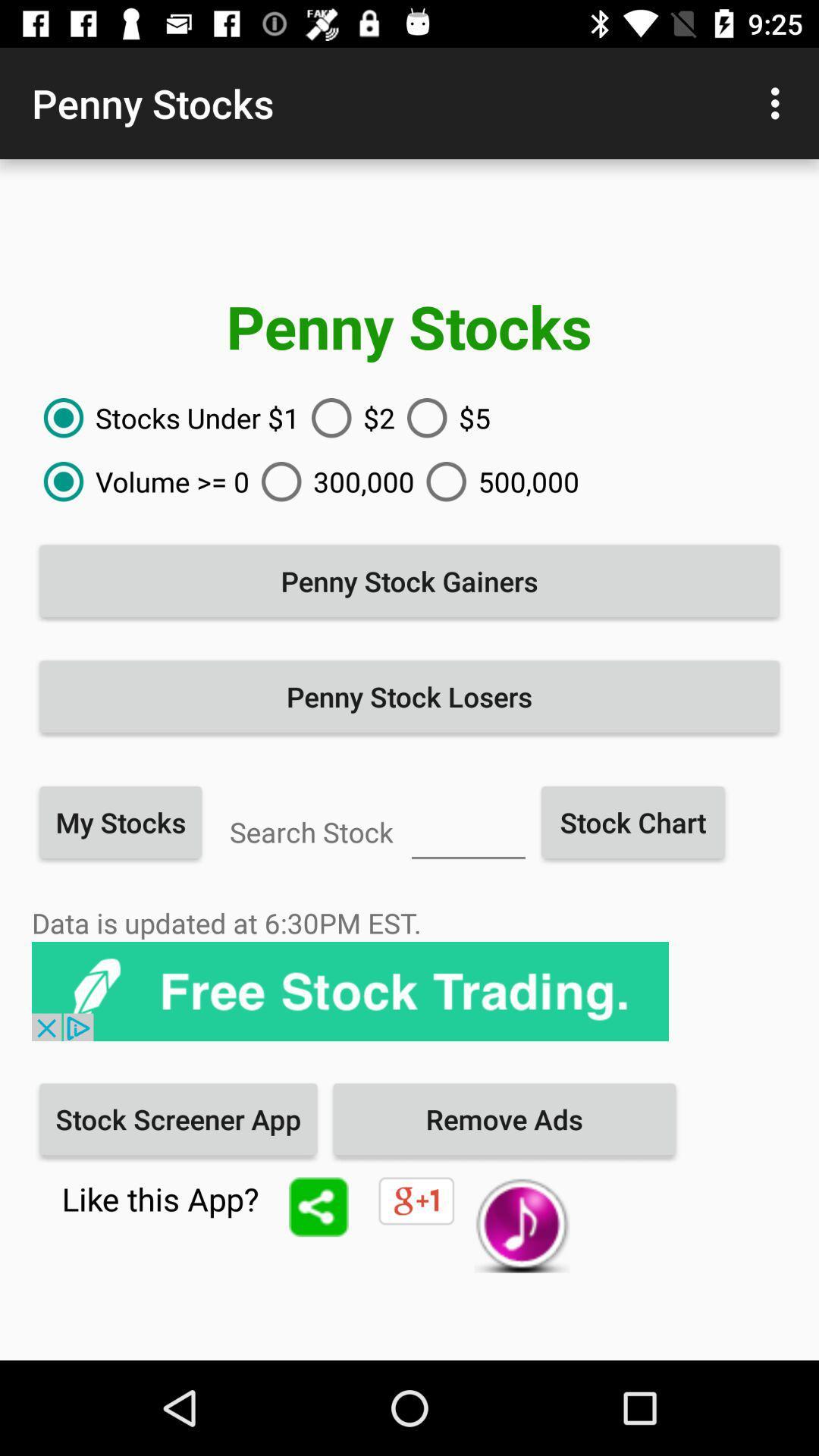 Image resolution: width=819 pixels, height=1456 pixels. I want to click on item next to the like this app?, so click(318, 1206).